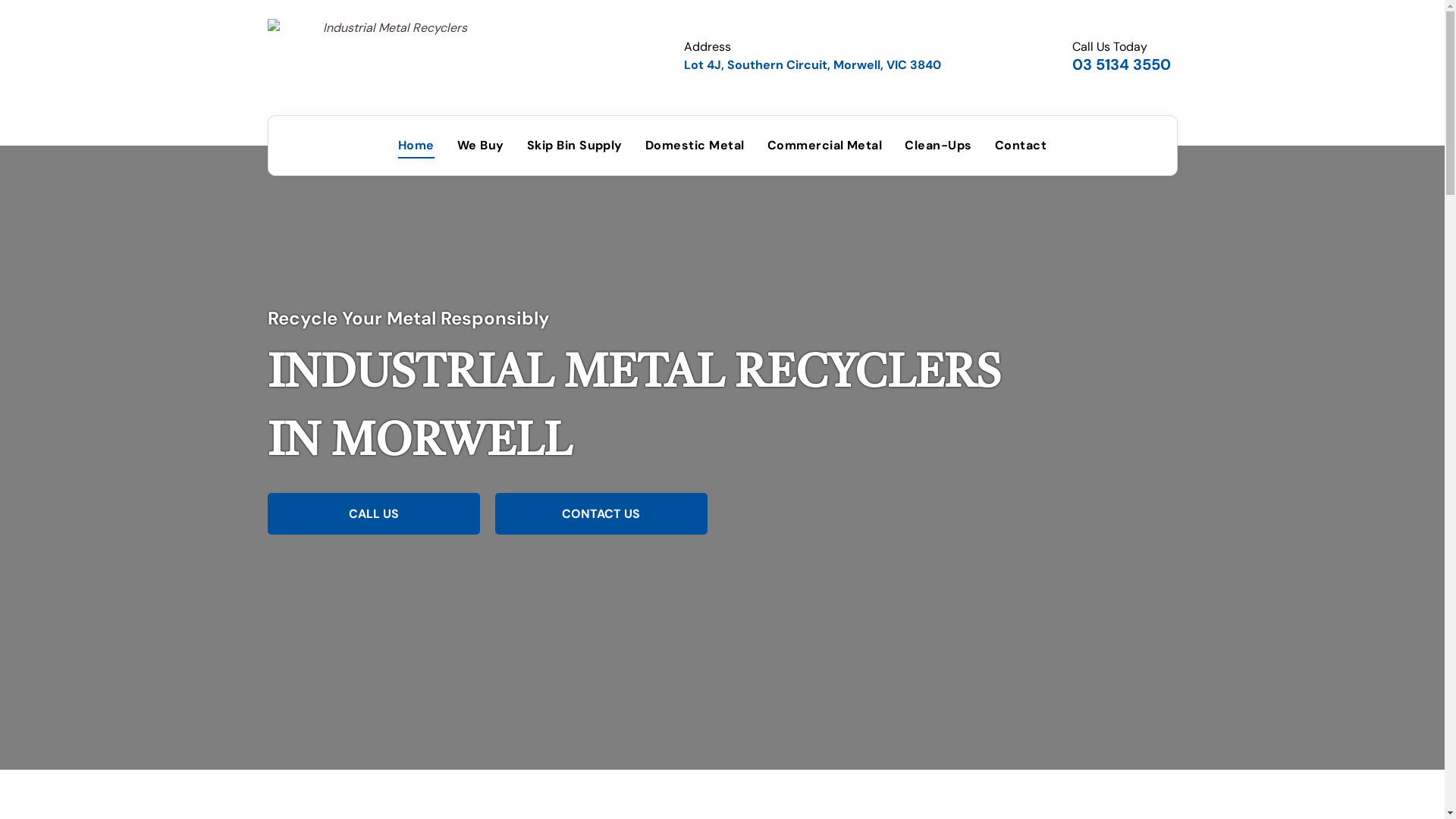  What do you see at coordinates (824, 146) in the screenshot?
I see `'Commercial Metal'` at bounding box center [824, 146].